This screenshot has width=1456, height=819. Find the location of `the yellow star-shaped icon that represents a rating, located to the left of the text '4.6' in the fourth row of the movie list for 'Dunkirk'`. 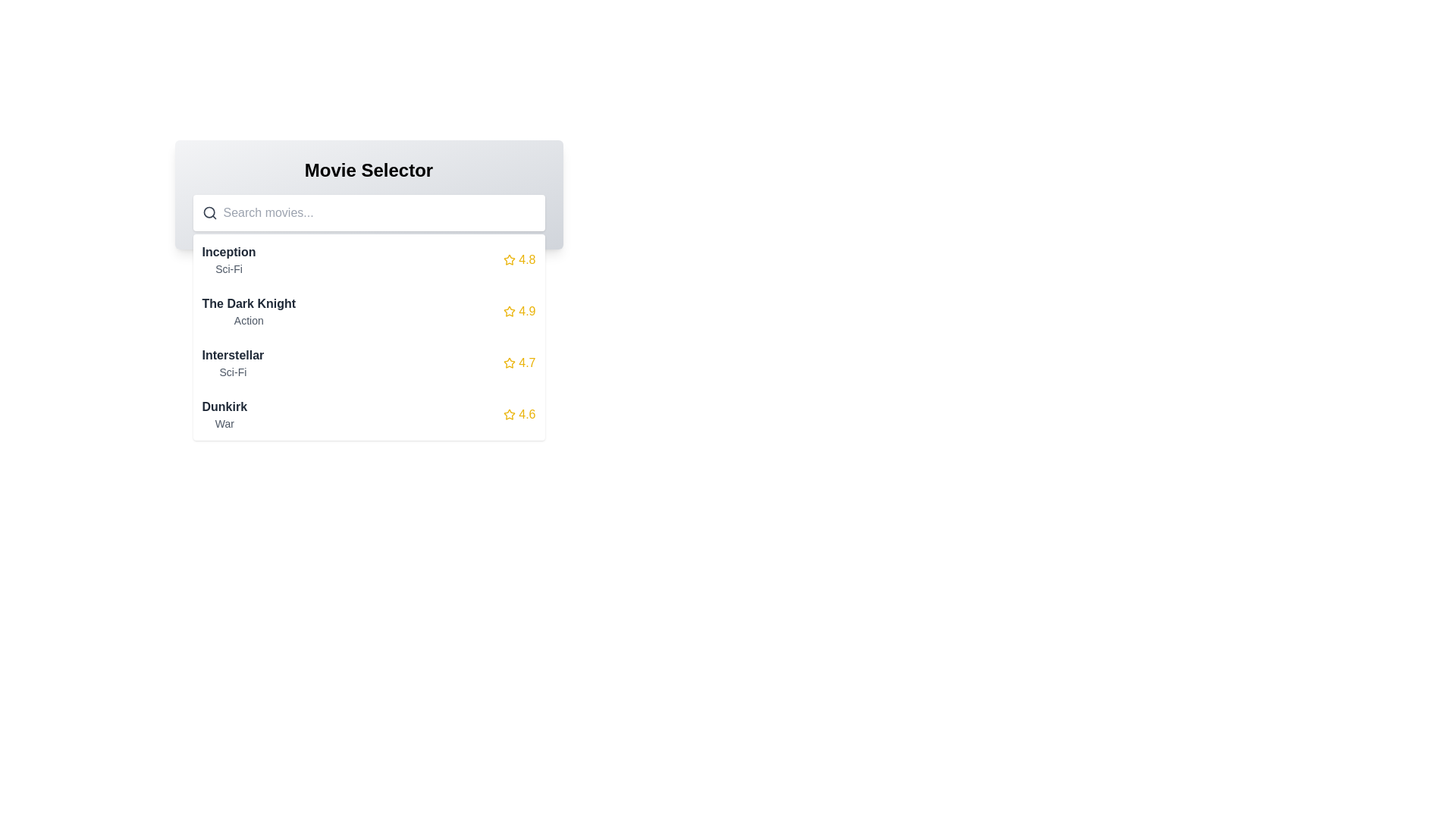

the yellow star-shaped icon that represents a rating, located to the left of the text '4.6' in the fourth row of the movie list for 'Dunkirk' is located at coordinates (510, 415).